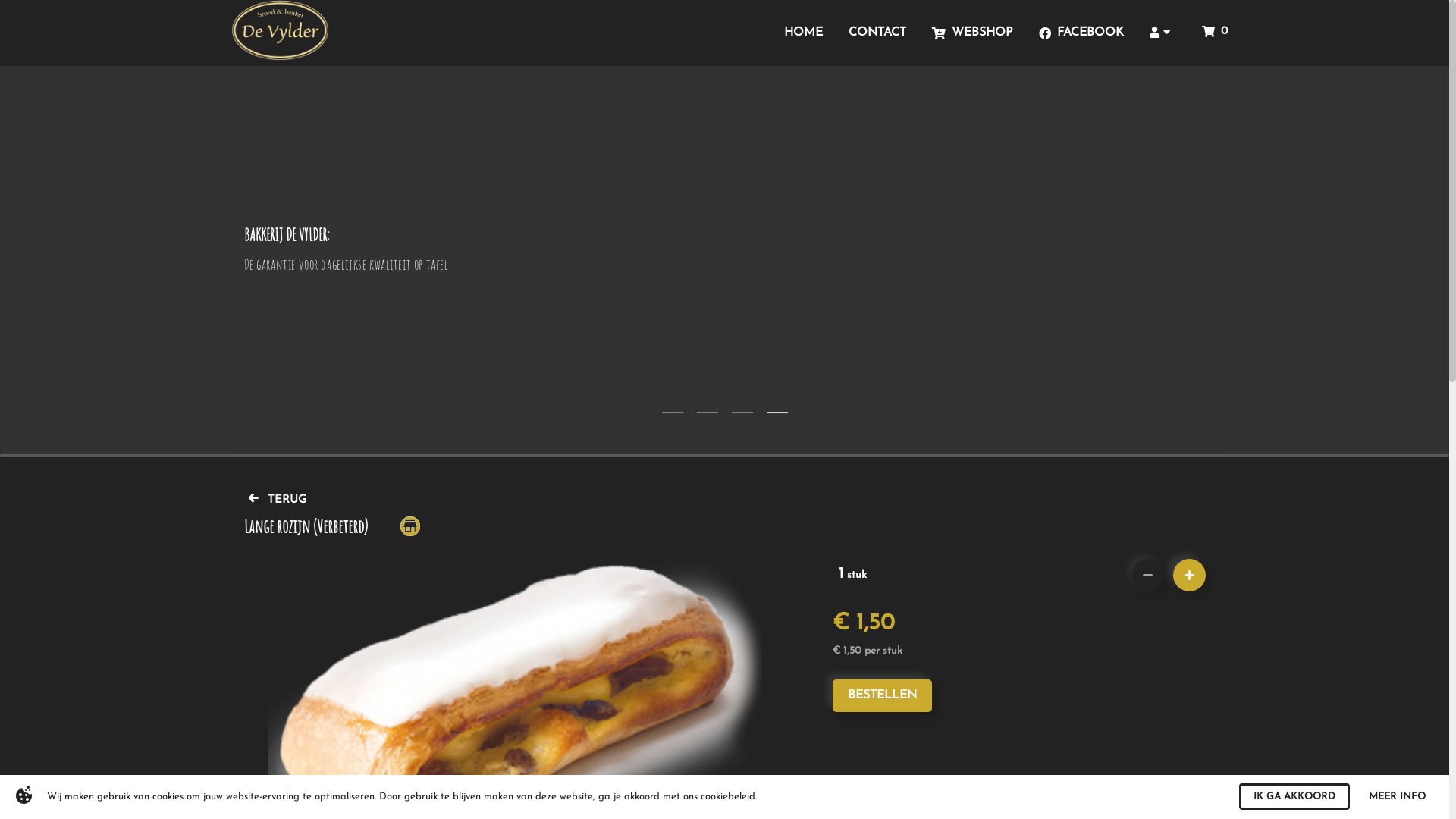 This screenshot has height=819, width=1456. Describe the element at coordinates (1320, 795) in the screenshot. I see `'I AGREE'` at that location.